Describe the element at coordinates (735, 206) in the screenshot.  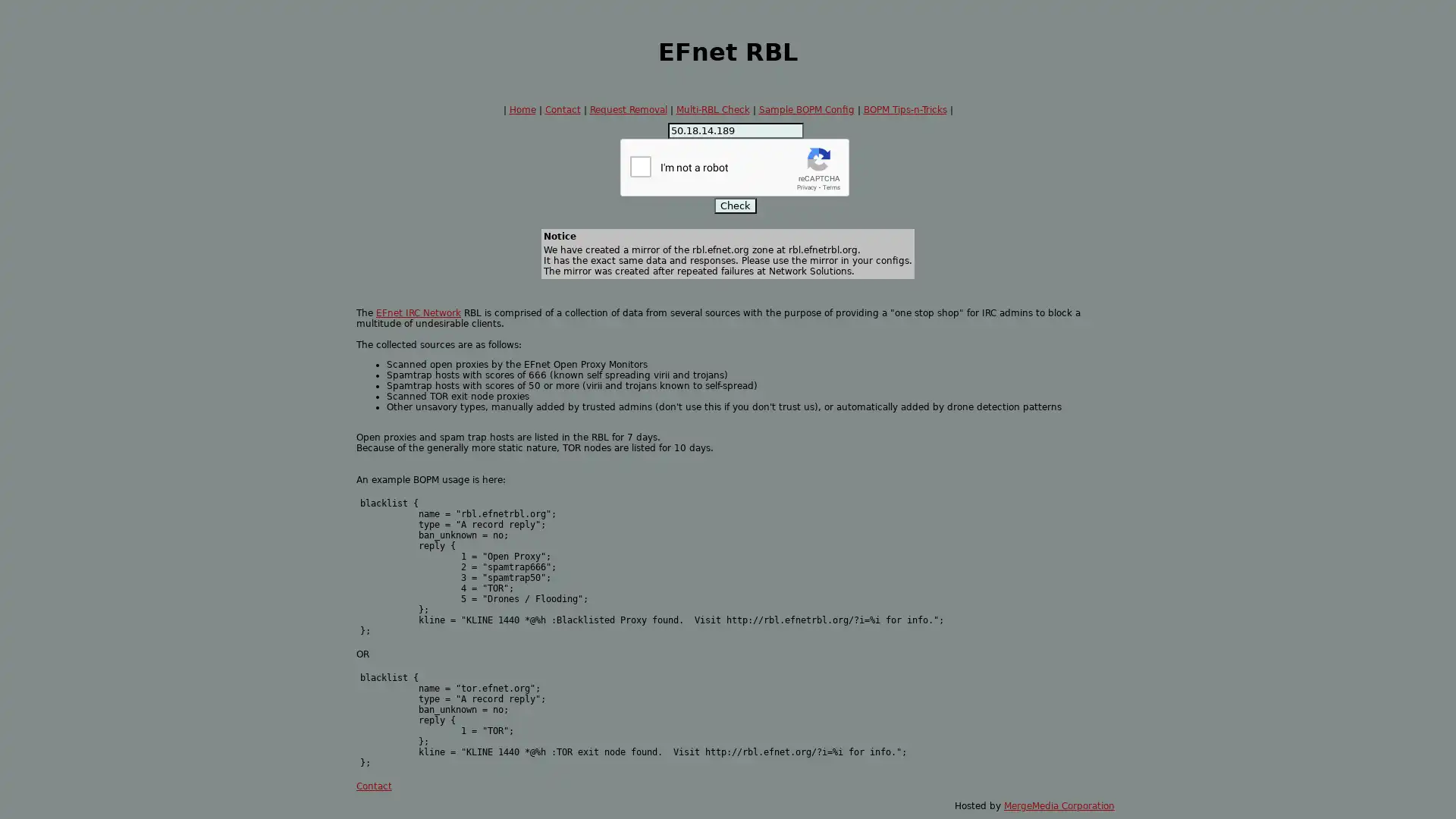
I see `Check` at that location.